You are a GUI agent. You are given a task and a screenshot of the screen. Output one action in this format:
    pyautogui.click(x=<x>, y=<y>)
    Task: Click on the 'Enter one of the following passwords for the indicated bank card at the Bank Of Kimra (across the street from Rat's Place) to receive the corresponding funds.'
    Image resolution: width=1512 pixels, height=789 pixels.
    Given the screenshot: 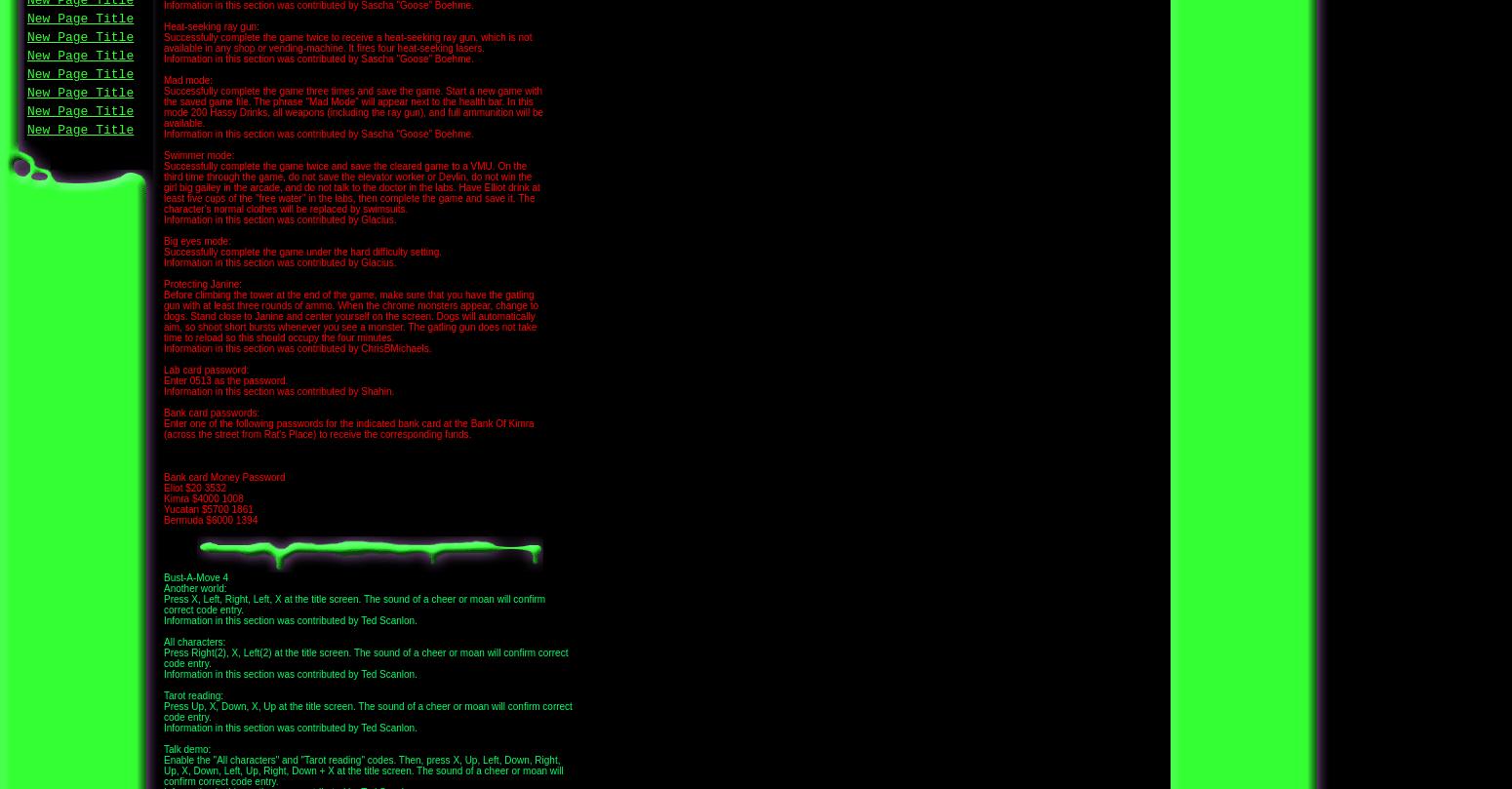 What is the action you would take?
    pyautogui.click(x=347, y=428)
    